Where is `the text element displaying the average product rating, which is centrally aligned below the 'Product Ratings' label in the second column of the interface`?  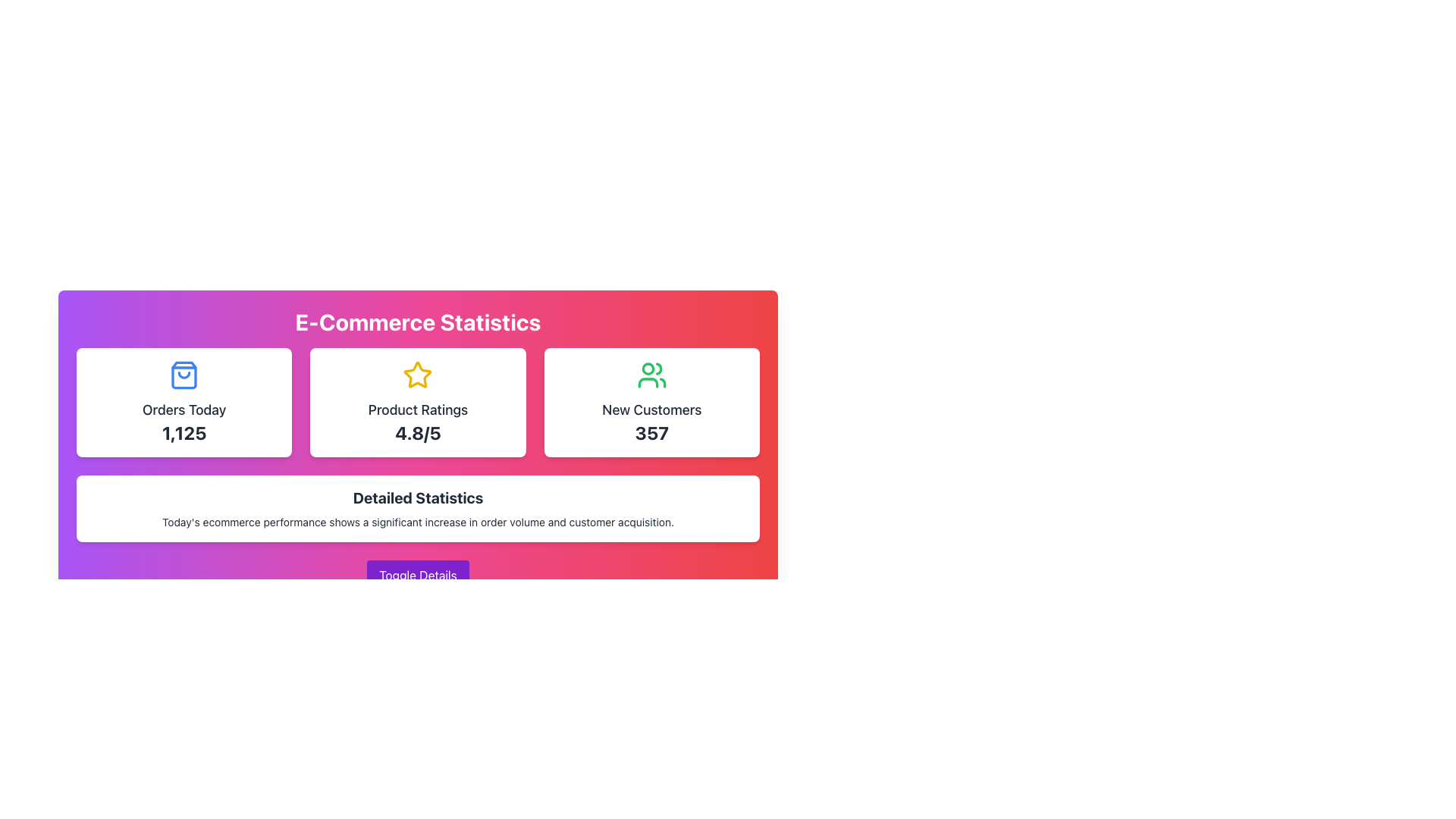
the text element displaying the average product rating, which is centrally aligned below the 'Product Ratings' label in the second column of the interface is located at coordinates (418, 432).